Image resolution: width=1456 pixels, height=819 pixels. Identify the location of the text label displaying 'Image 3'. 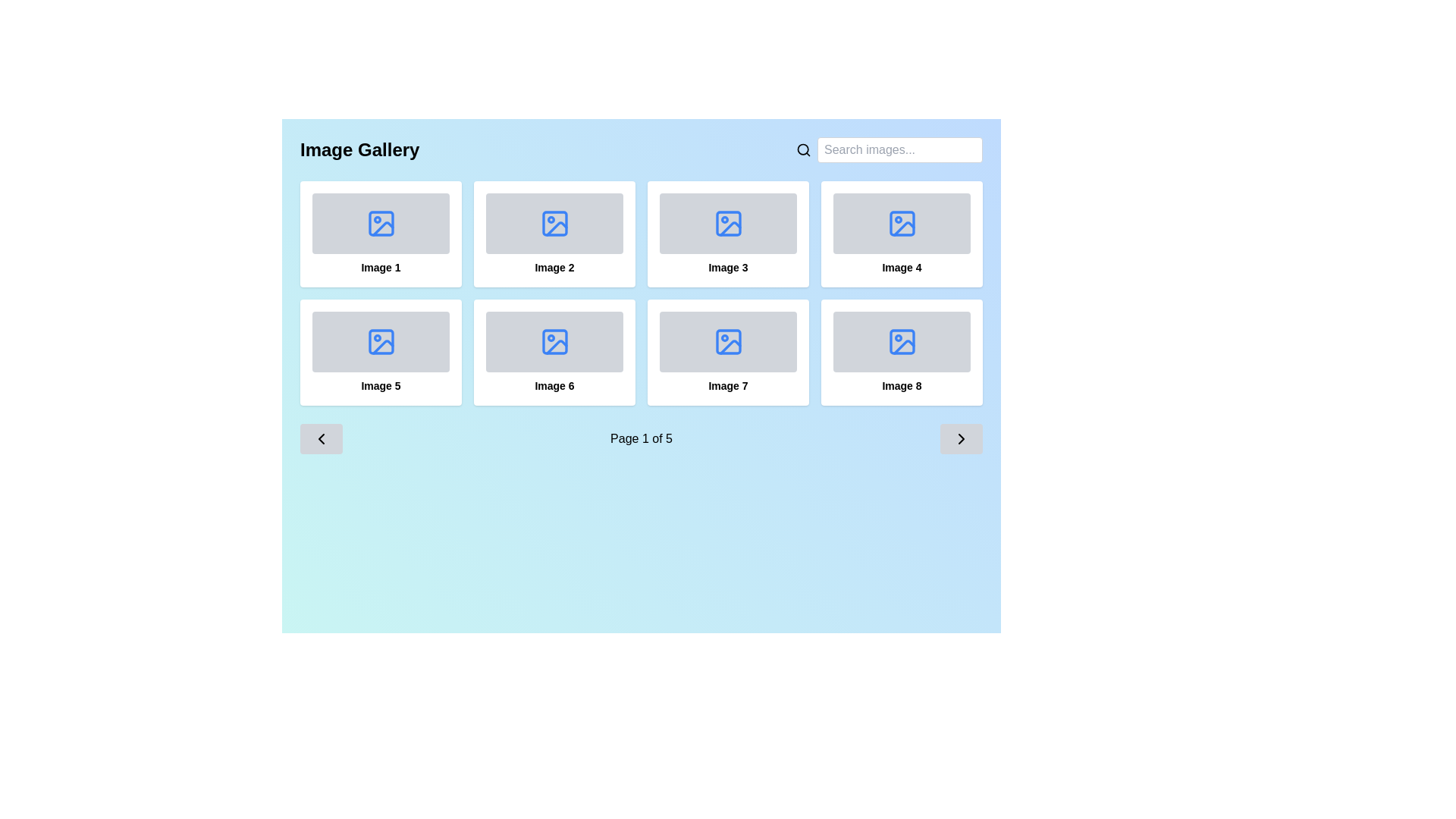
(728, 267).